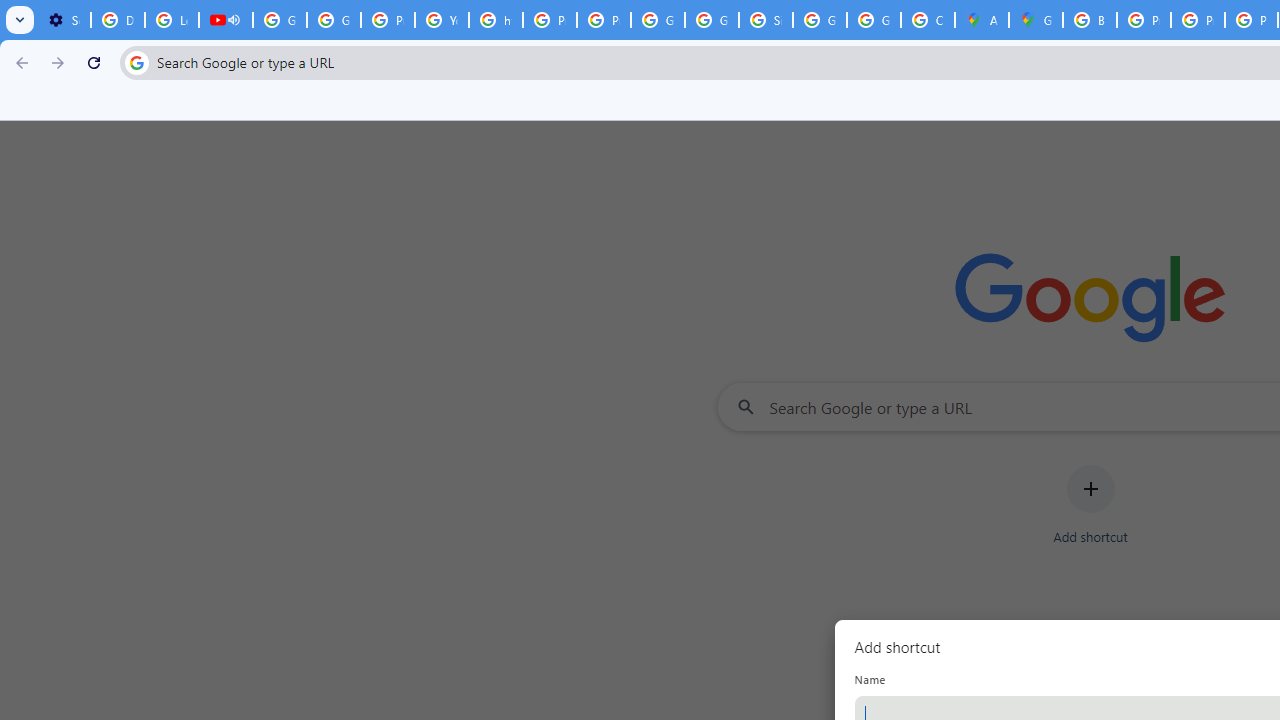 This screenshot has height=720, width=1280. I want to click on 'Blogger Policies and Guidelines - Transparency Center', so click(1088, 20).